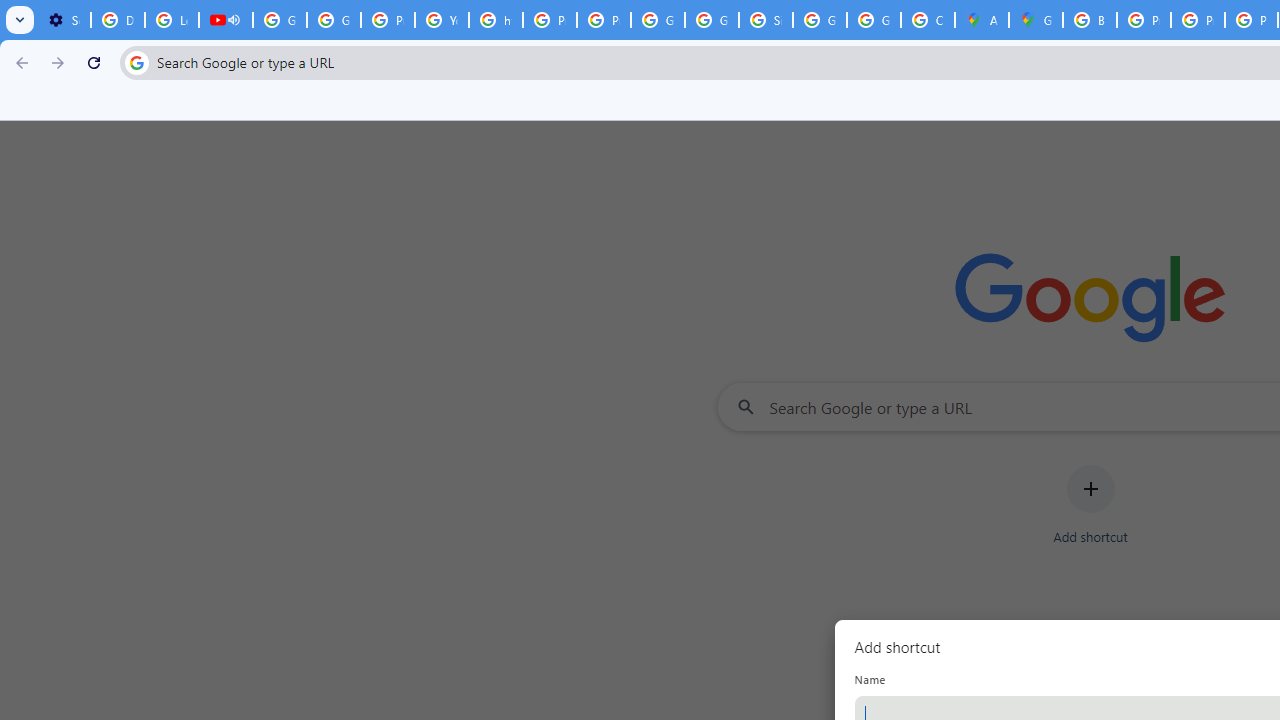 This screenshot has height=720, width=1280. I want to click on 'Blogger Policies and Guidelines - Transparency Center', so click(1088, 20).